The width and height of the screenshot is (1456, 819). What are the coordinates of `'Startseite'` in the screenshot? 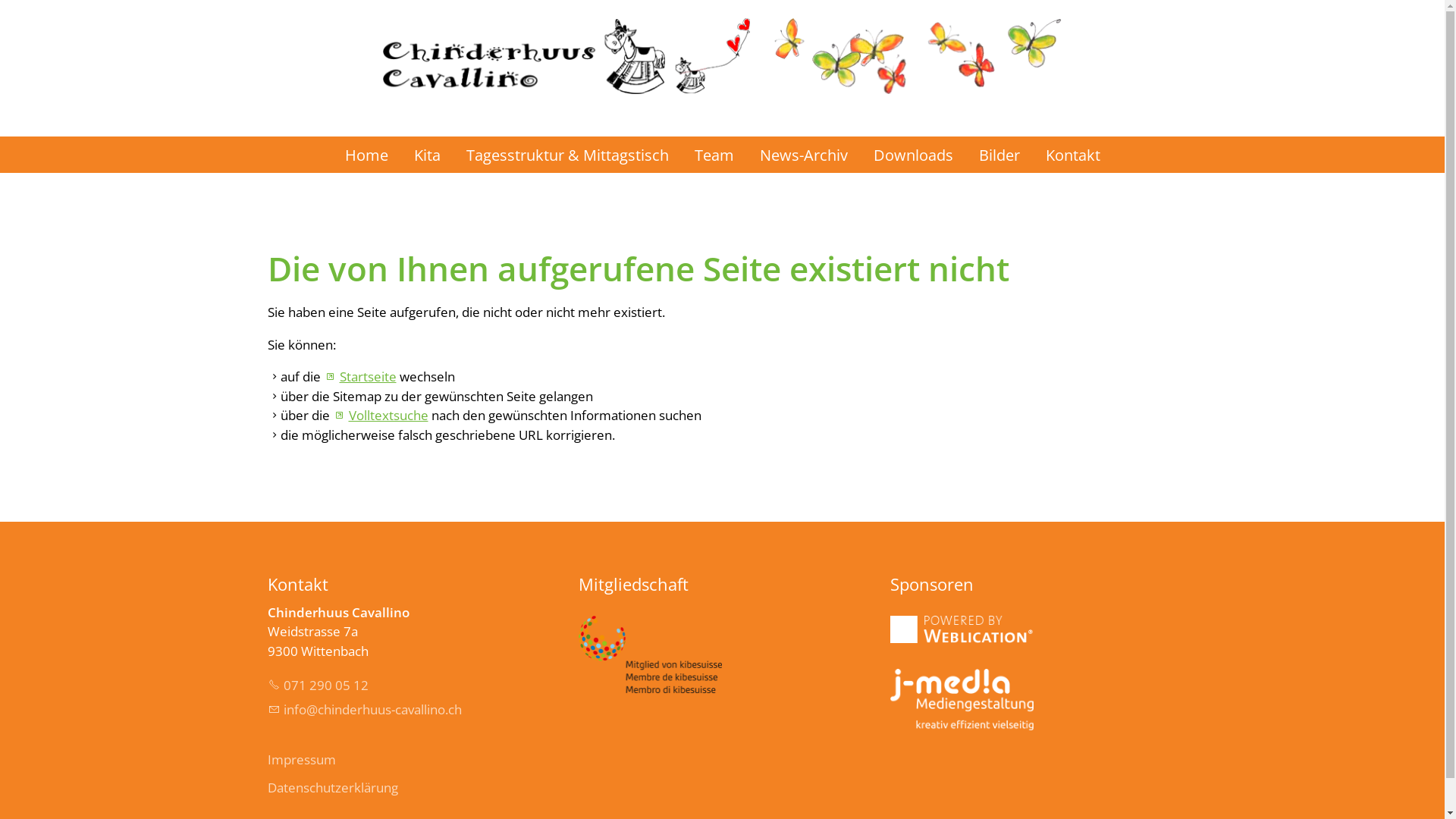 It's located at (359, 375).